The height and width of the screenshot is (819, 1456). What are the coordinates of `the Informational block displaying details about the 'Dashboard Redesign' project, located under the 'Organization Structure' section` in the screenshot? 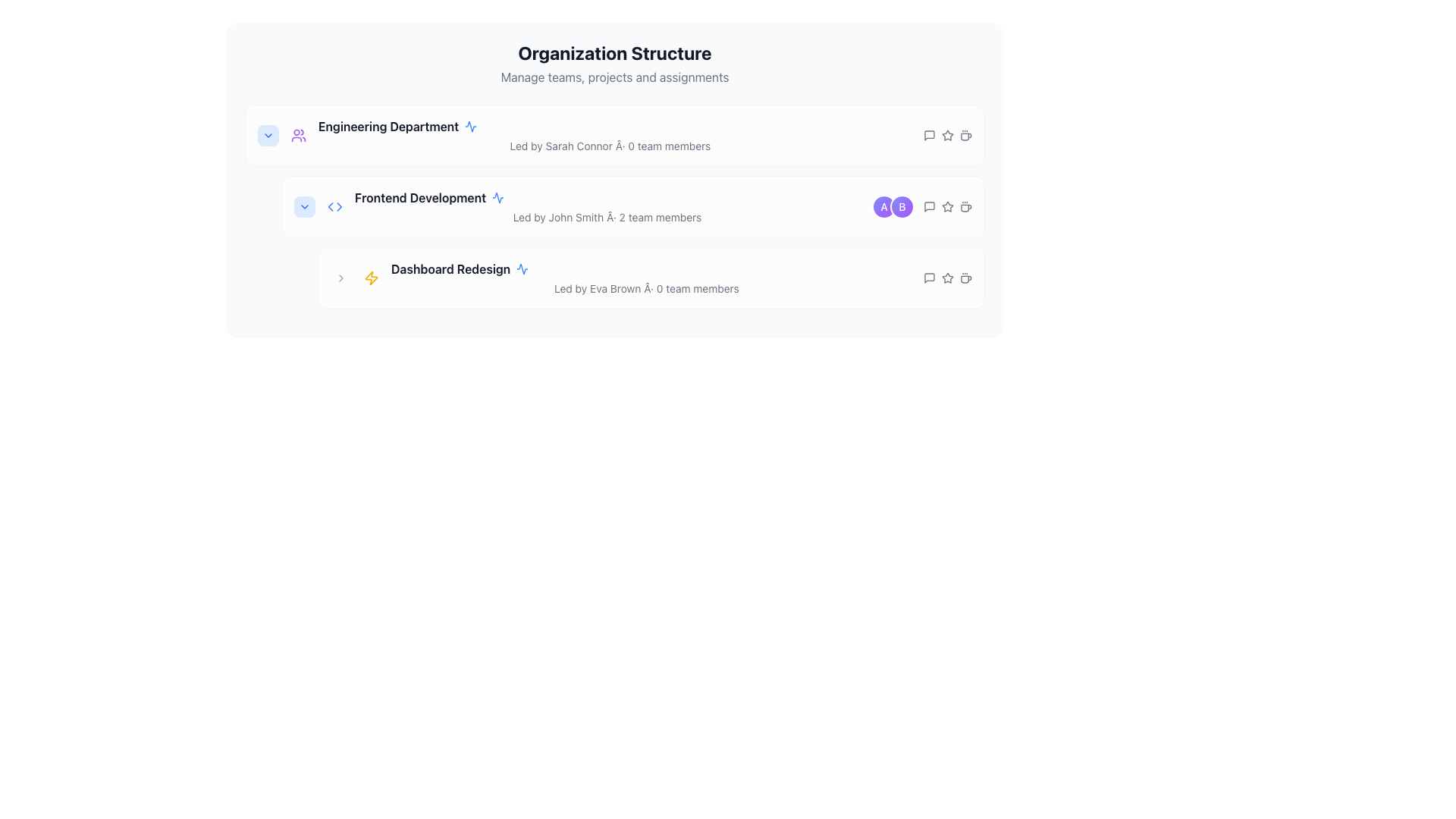 It's located at (651, 278).